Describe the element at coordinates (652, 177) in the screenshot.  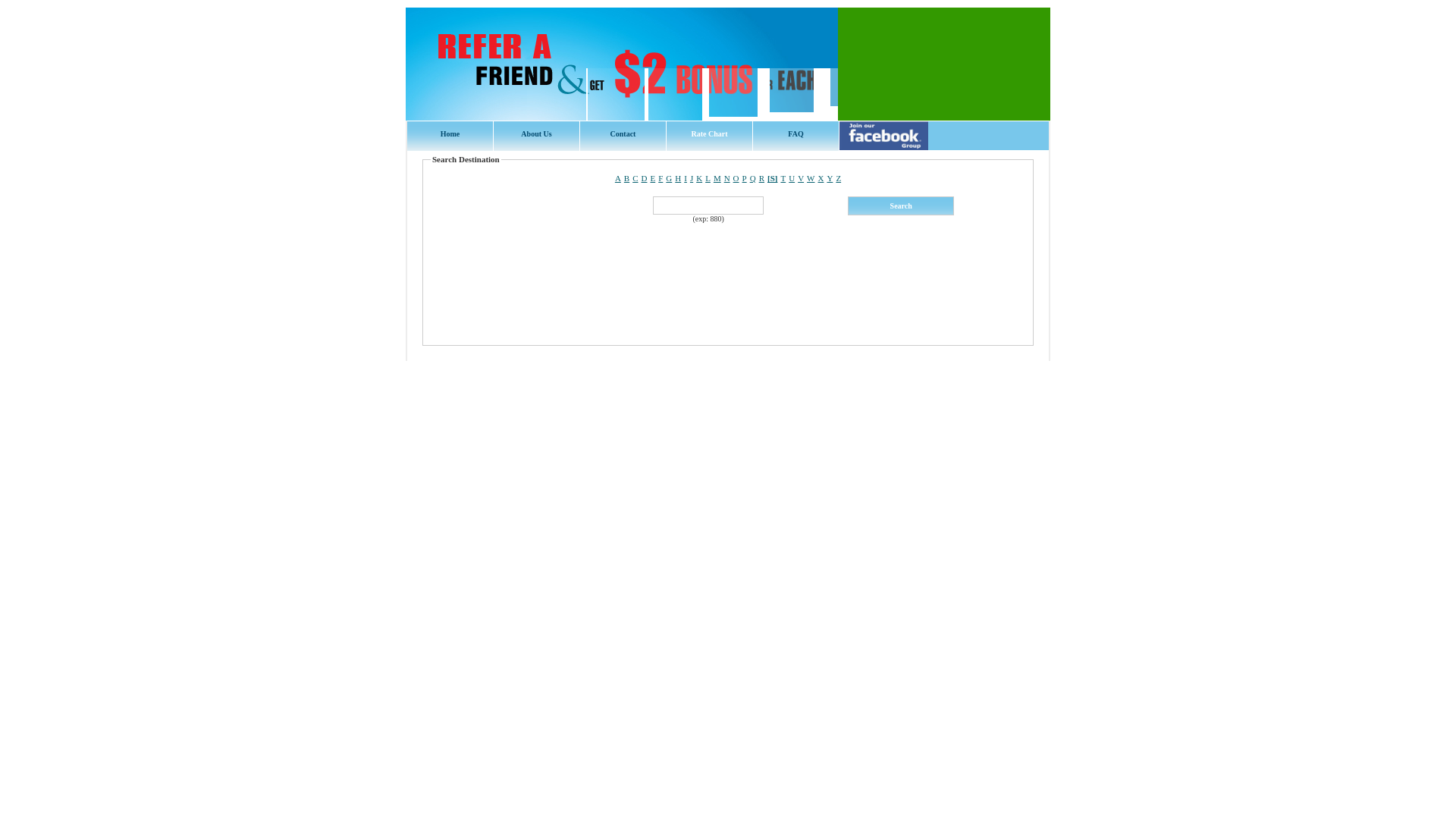
I see `'E'` at that location.